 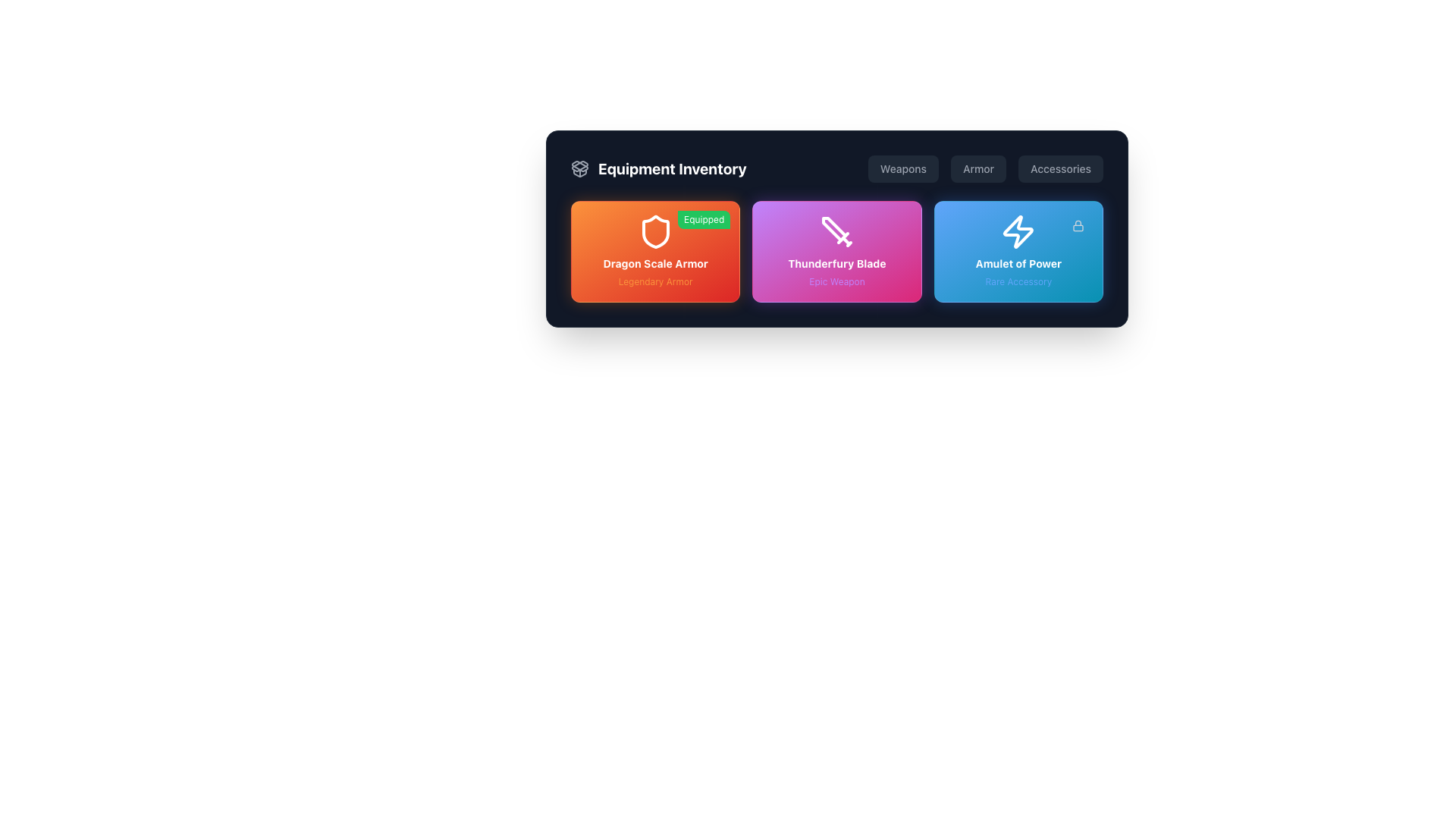 What do you see at coordinates (1018, 262) in the screenshot?
I see `the text label identifying the item as 'Amulet of Power' within the Equipment Inventory interface` at bounding box center [1018, 262].